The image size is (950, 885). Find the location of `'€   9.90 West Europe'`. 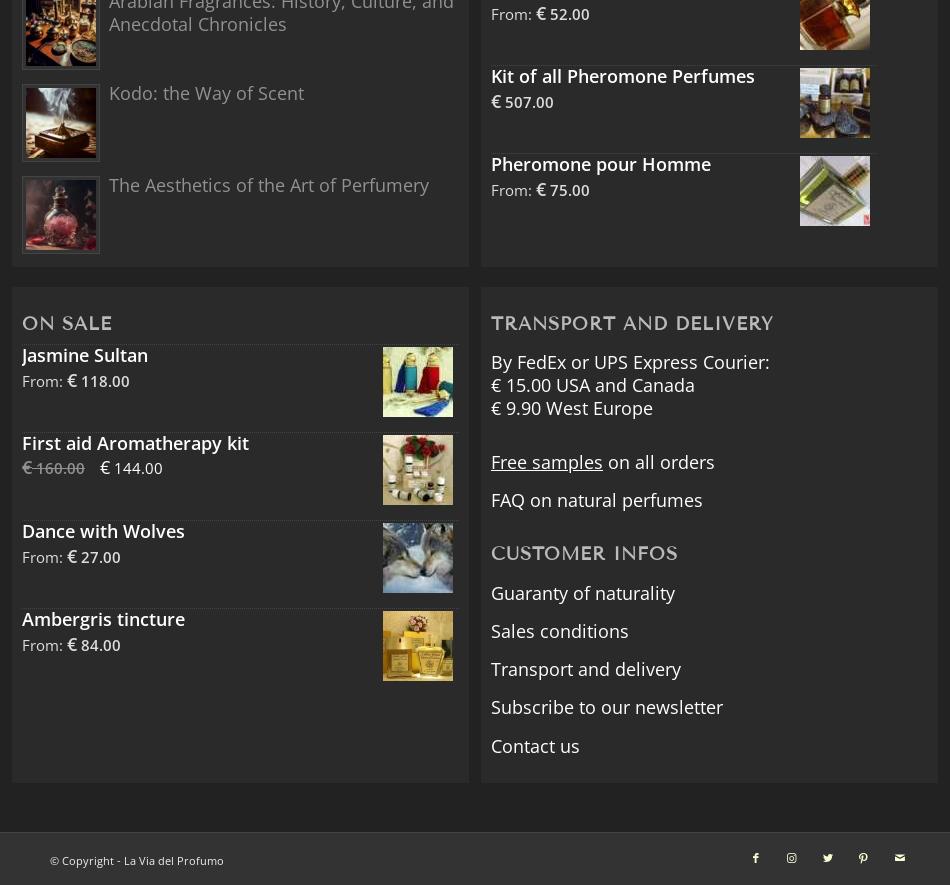

'€   9.90 West Europe' is located at coordinates (571, 407).